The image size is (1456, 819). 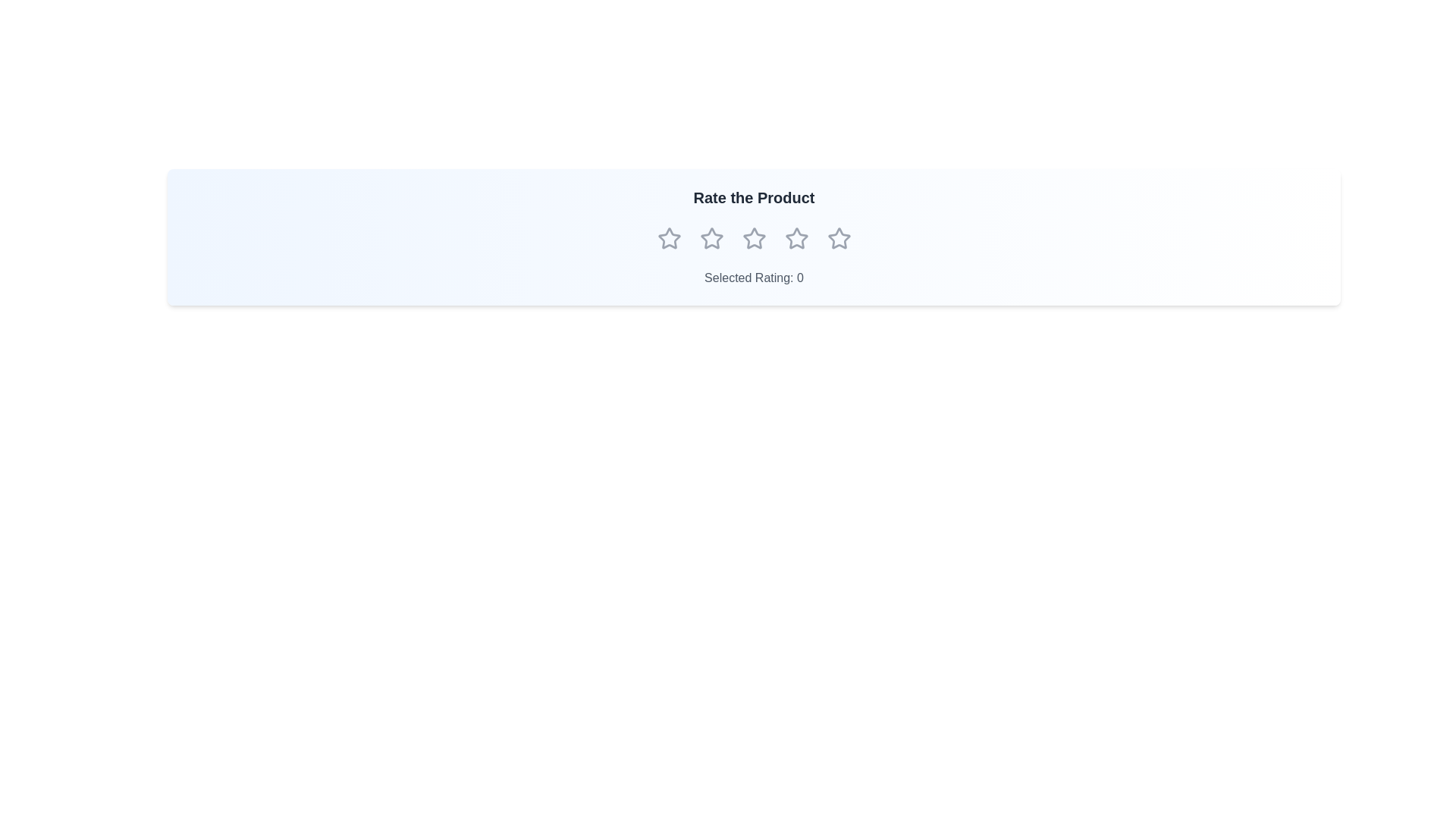 What do you see at coordinates (754, 197) in the screenshot?
I see `the title text that instructs the user to rate a product, which is positioned at the top of the rating section and above the star rating icons` at bounding box center [754, 197].